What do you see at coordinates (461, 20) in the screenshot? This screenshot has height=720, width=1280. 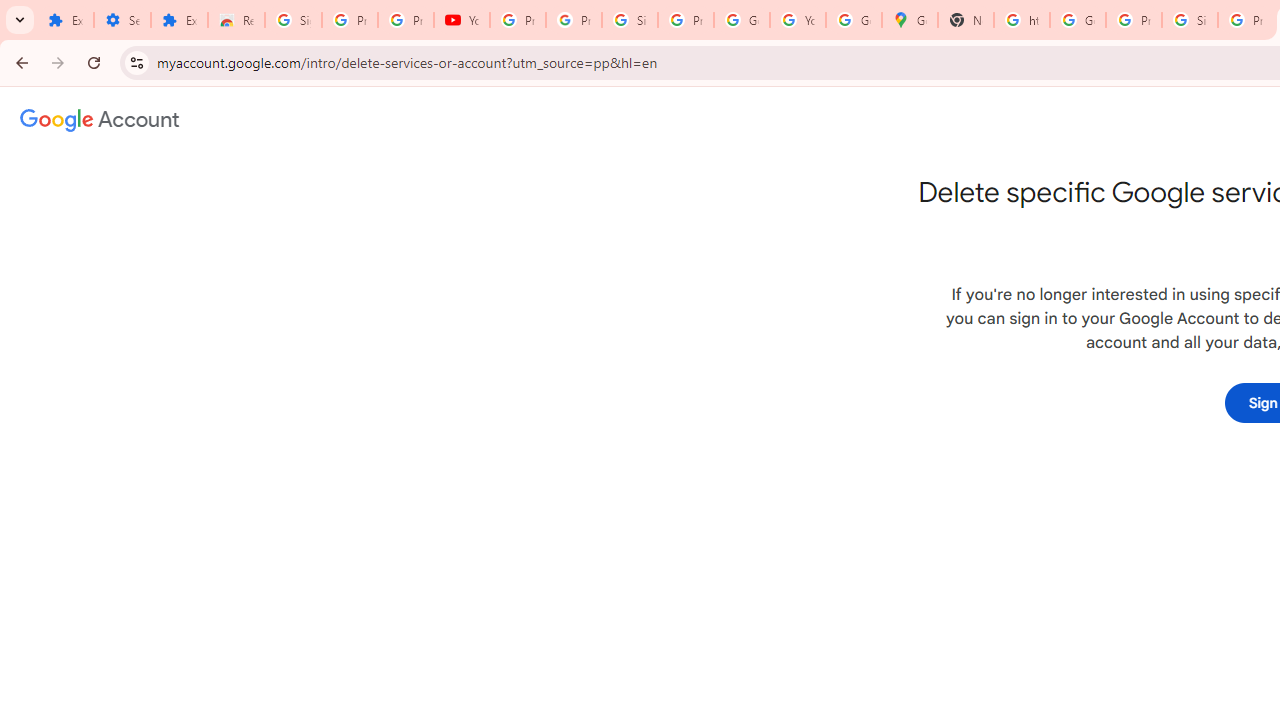 I see `'YouTube'` at bounding box center [461, 20].